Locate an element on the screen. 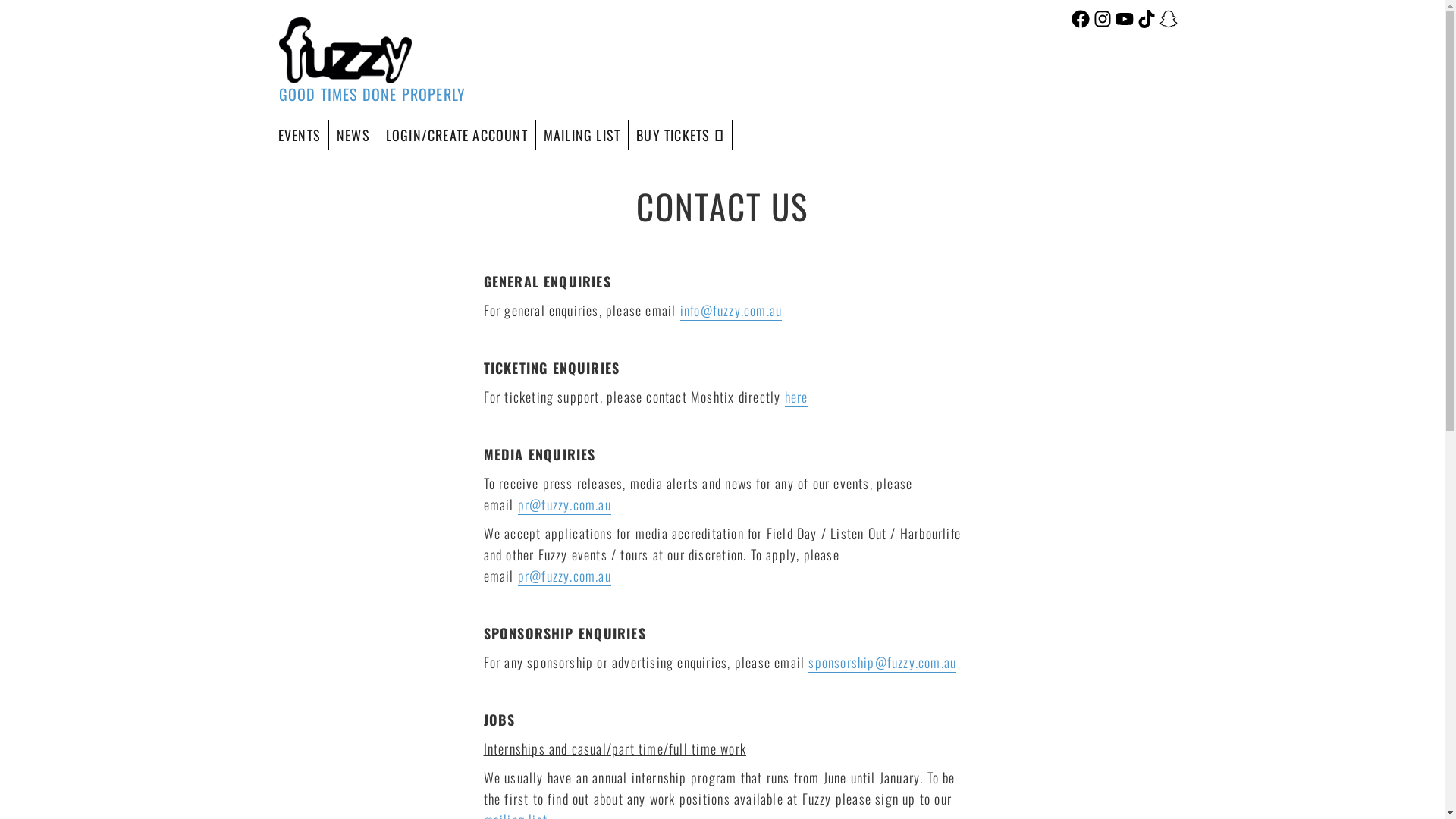 This screenshot has width=1456, height=819. 'MAILING LIST' is located at coordinates (582, 133).